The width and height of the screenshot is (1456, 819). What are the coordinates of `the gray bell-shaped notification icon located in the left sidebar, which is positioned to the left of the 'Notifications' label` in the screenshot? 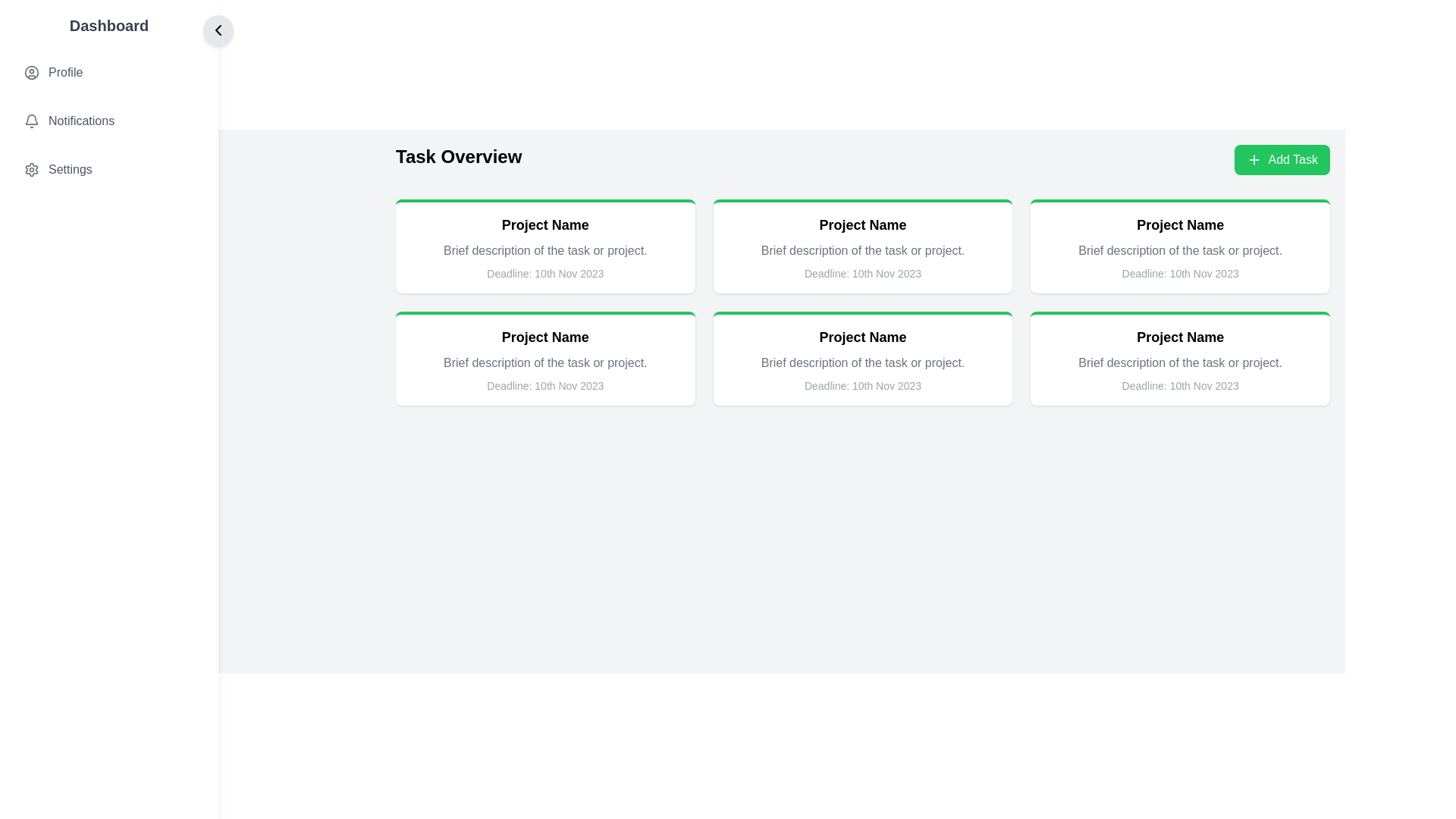 It's located at (32, 120).